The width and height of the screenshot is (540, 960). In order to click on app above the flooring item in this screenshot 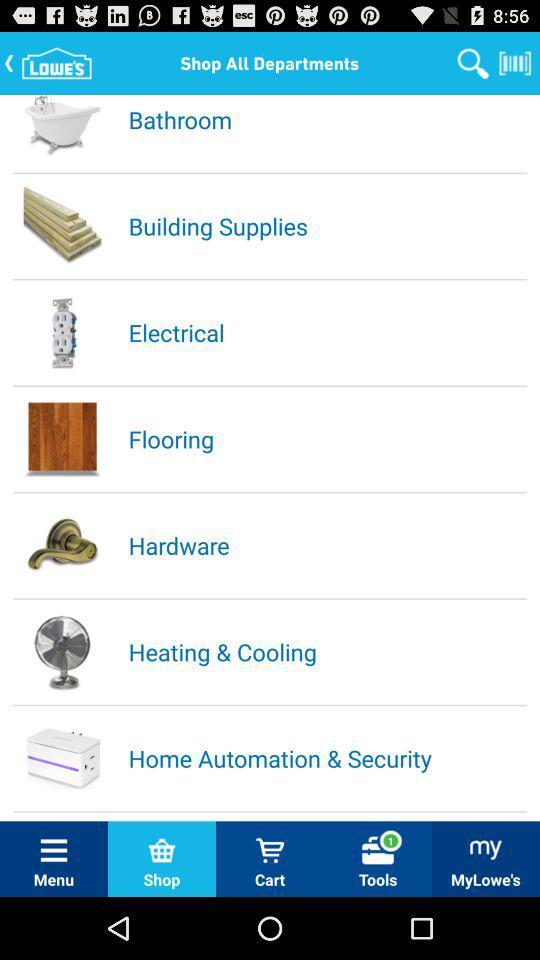, I will do `click(326, 332)`.